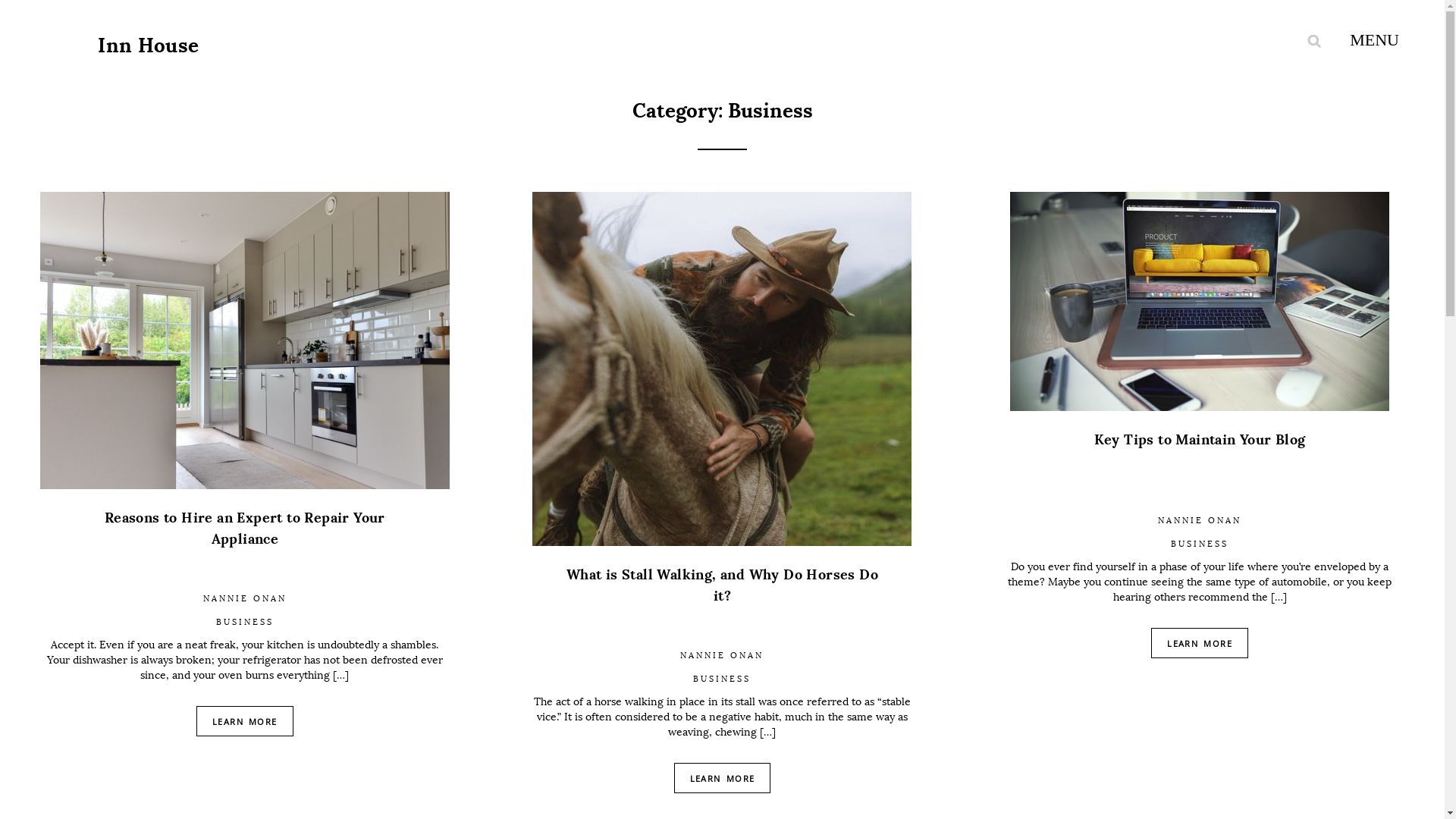 This screenshot has width=1456, height=819. I want to click on 'NANNIE ONAN', so click(244, 598).